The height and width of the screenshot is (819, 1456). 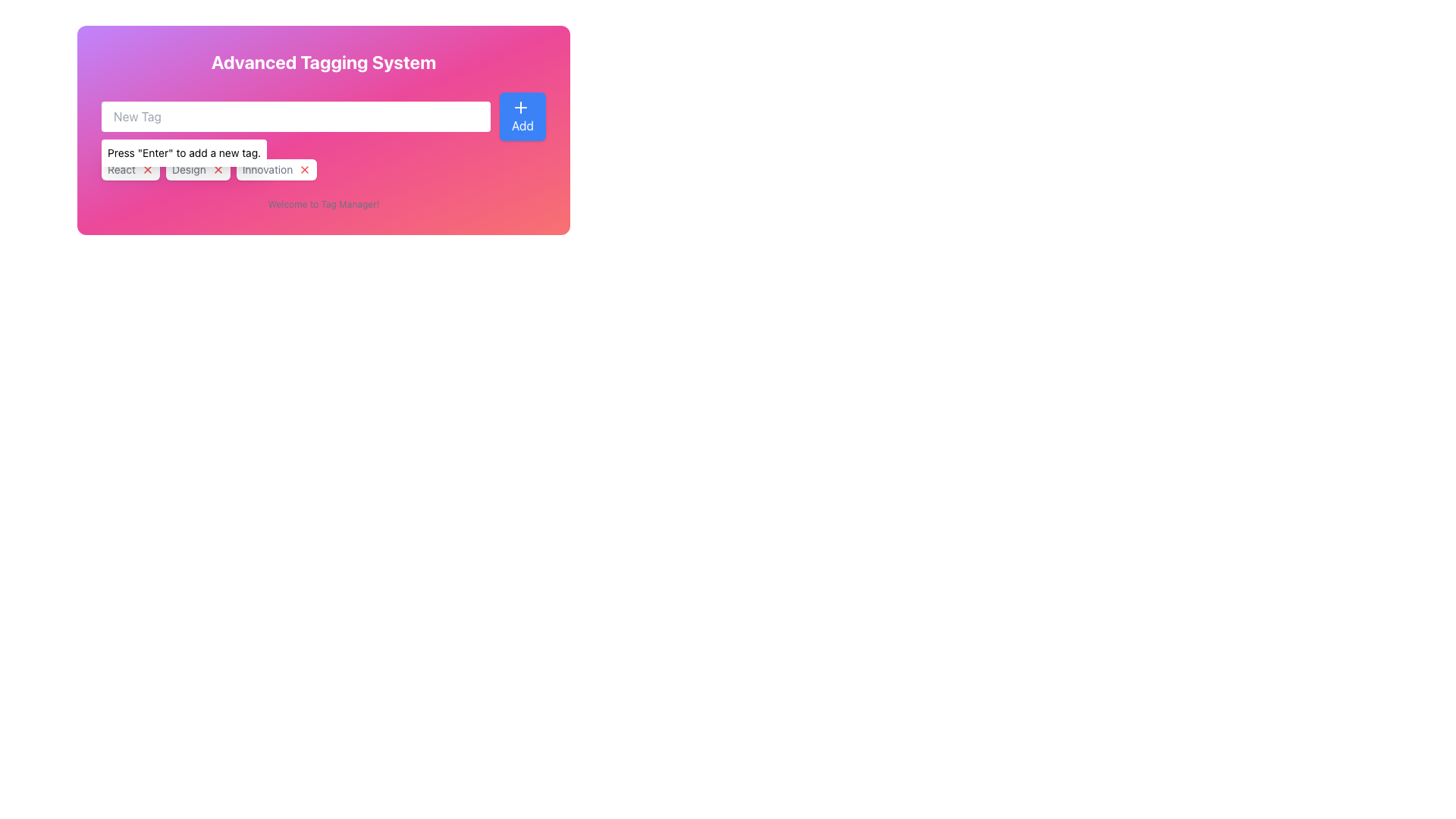 I want to click on the close or delete icon button for the 'Design' tag, which is positioned to the right side of the text label in a horizontal list of tags, so click(x=217, y=169).